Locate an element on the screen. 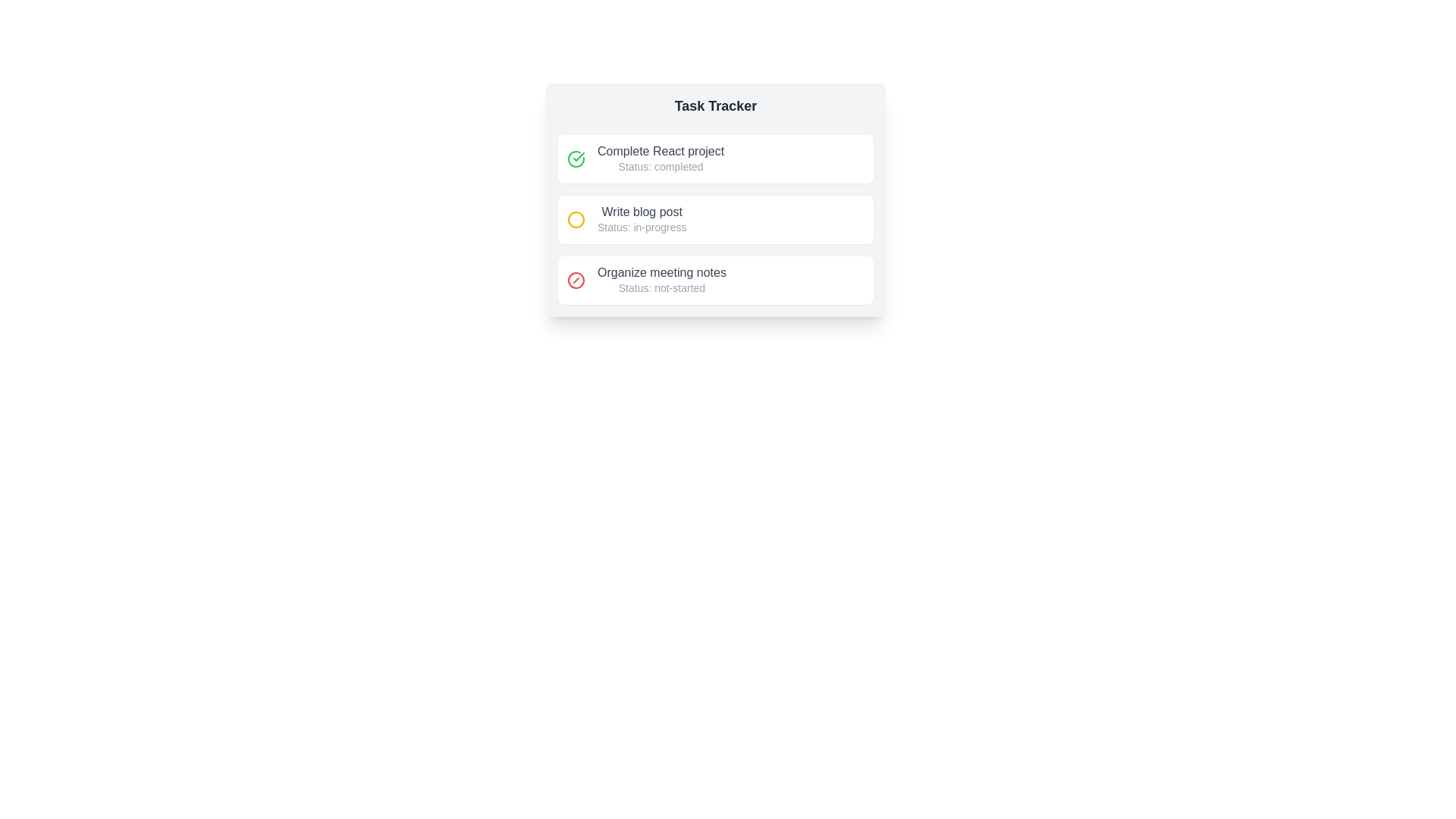 The height and width of the screenshot is (819, 1456). the circular indicator with a yellow outline located to the left of the text 'Write blog post' in the task tracker UI is located at coordinates (575, 219).